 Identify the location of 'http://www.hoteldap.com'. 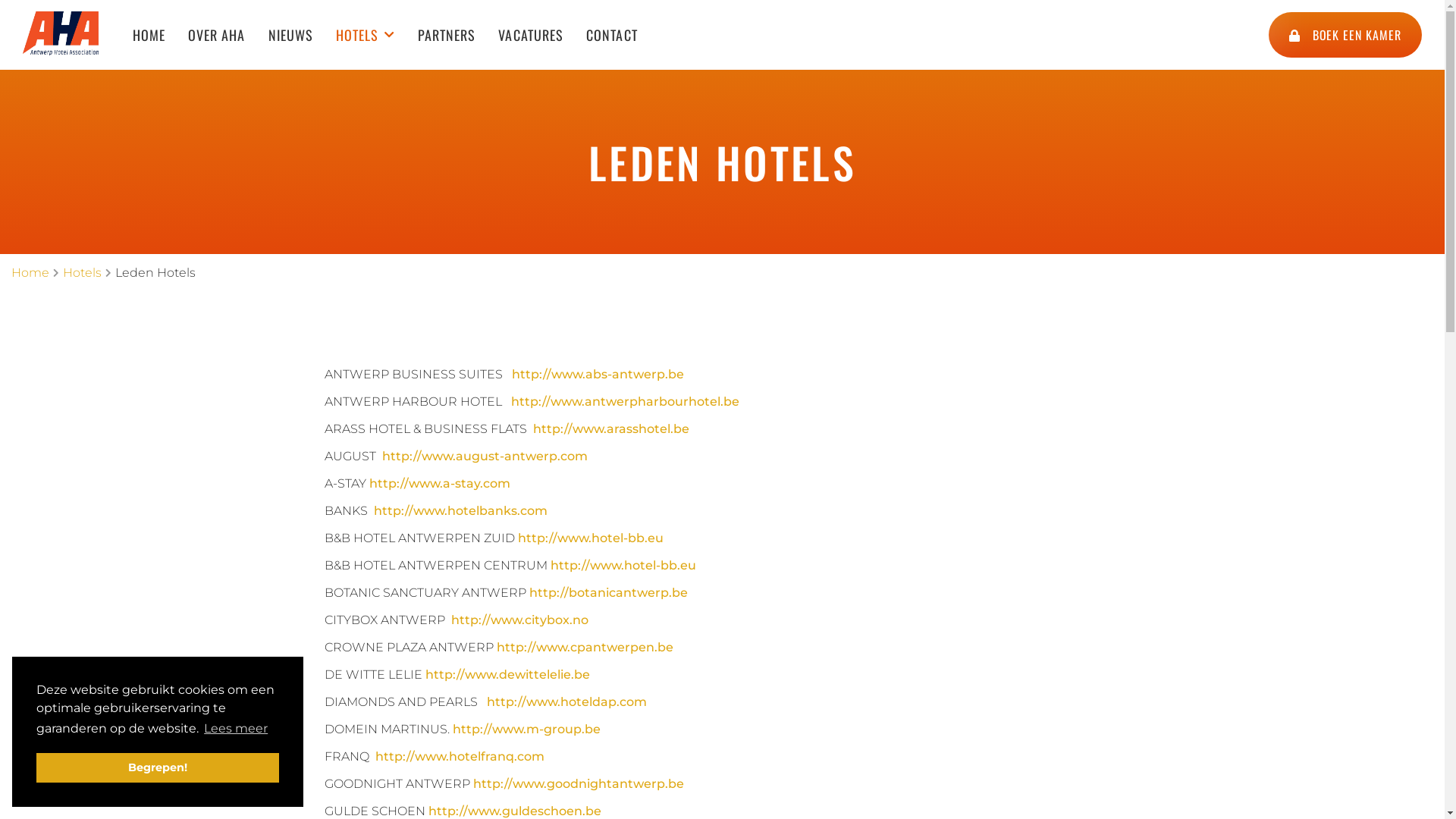
(566, 701).